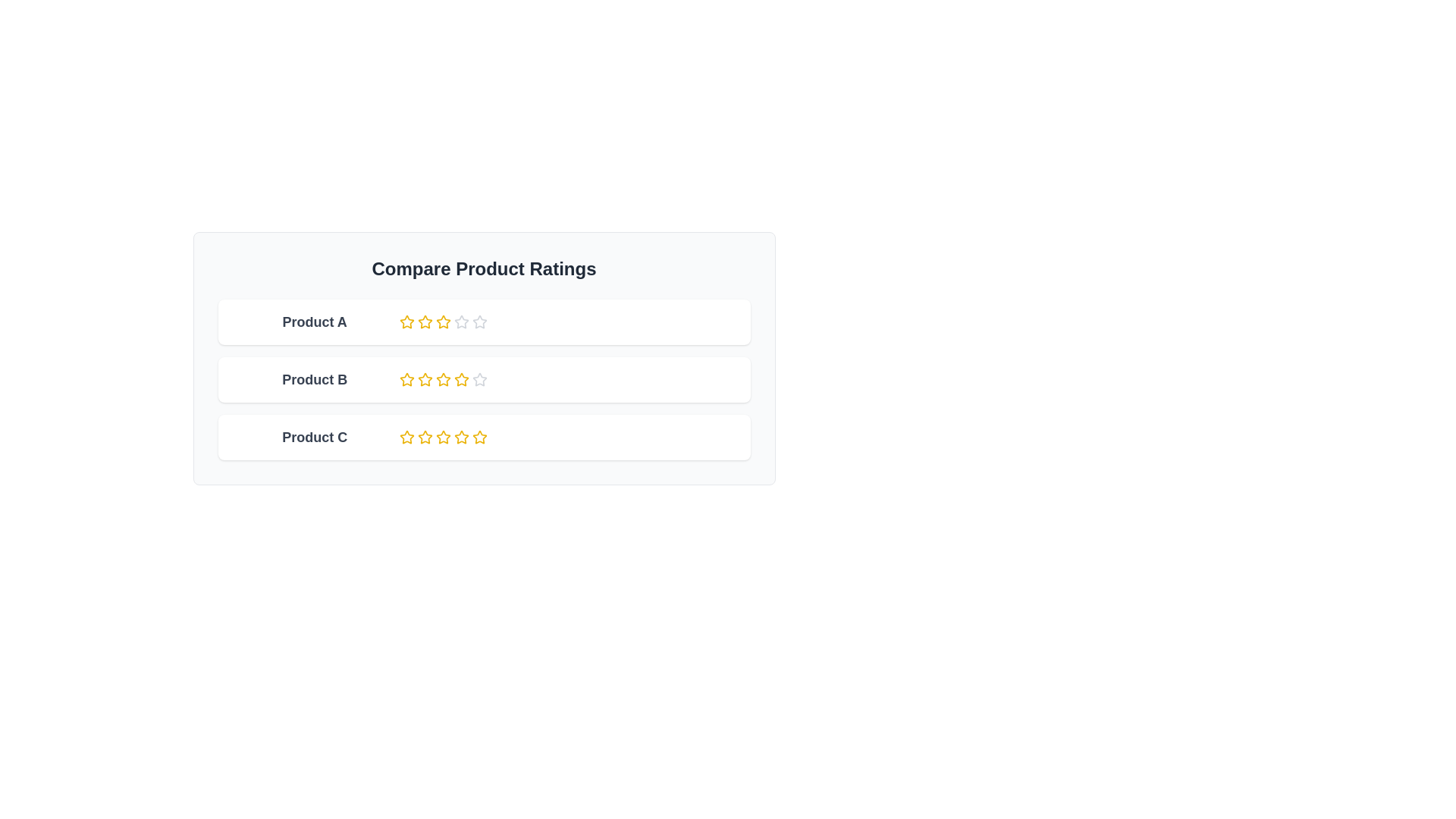 The image size is (1456, 819). What do you see at coordinates (483, 321) in the screenshot?
I see `the stars in the rating component for 'Product A' to possibly change the rating` at bounding box center [483, 321].